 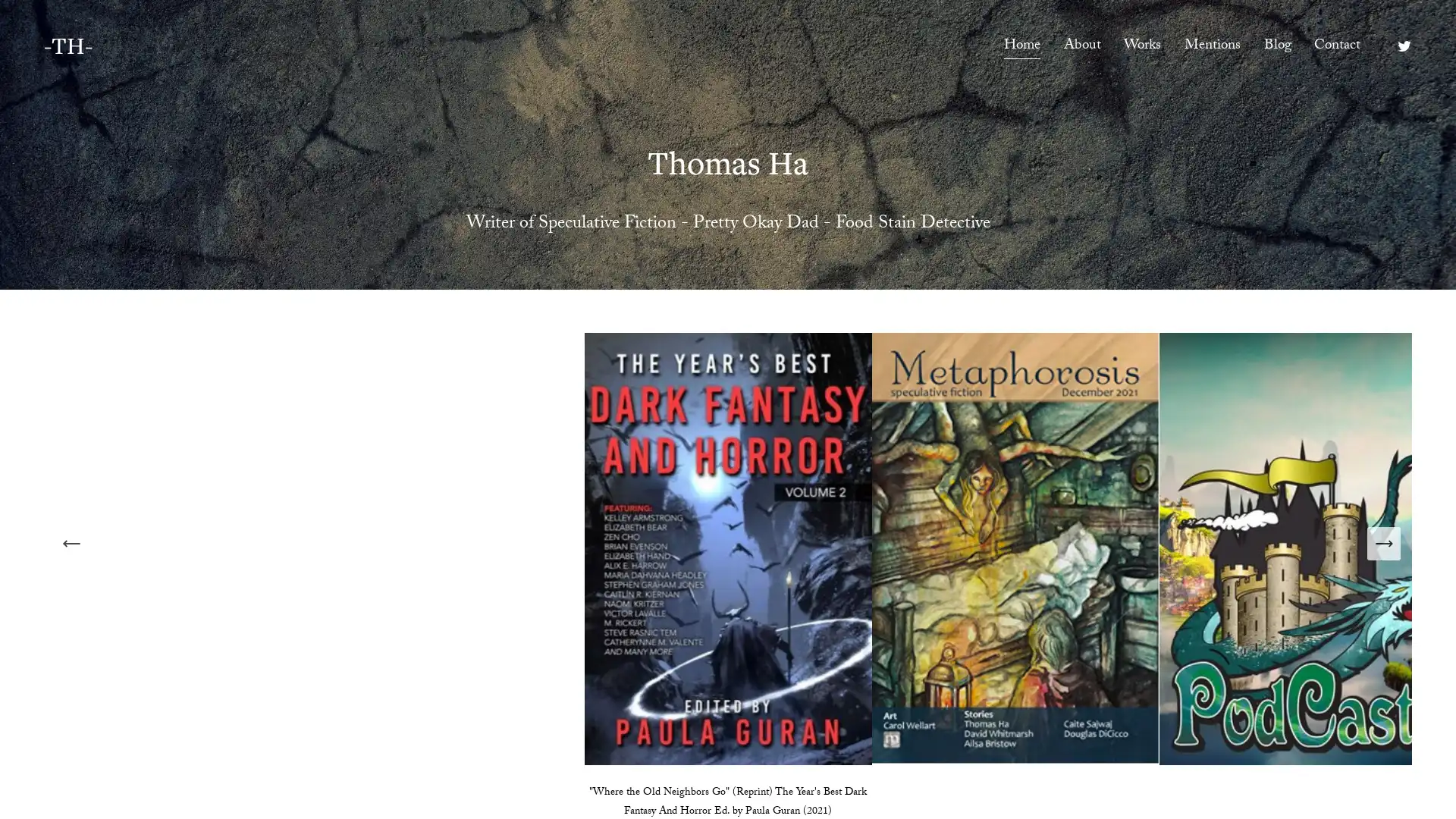 I want to click on Next Slide, so click(x=1383, y=542).